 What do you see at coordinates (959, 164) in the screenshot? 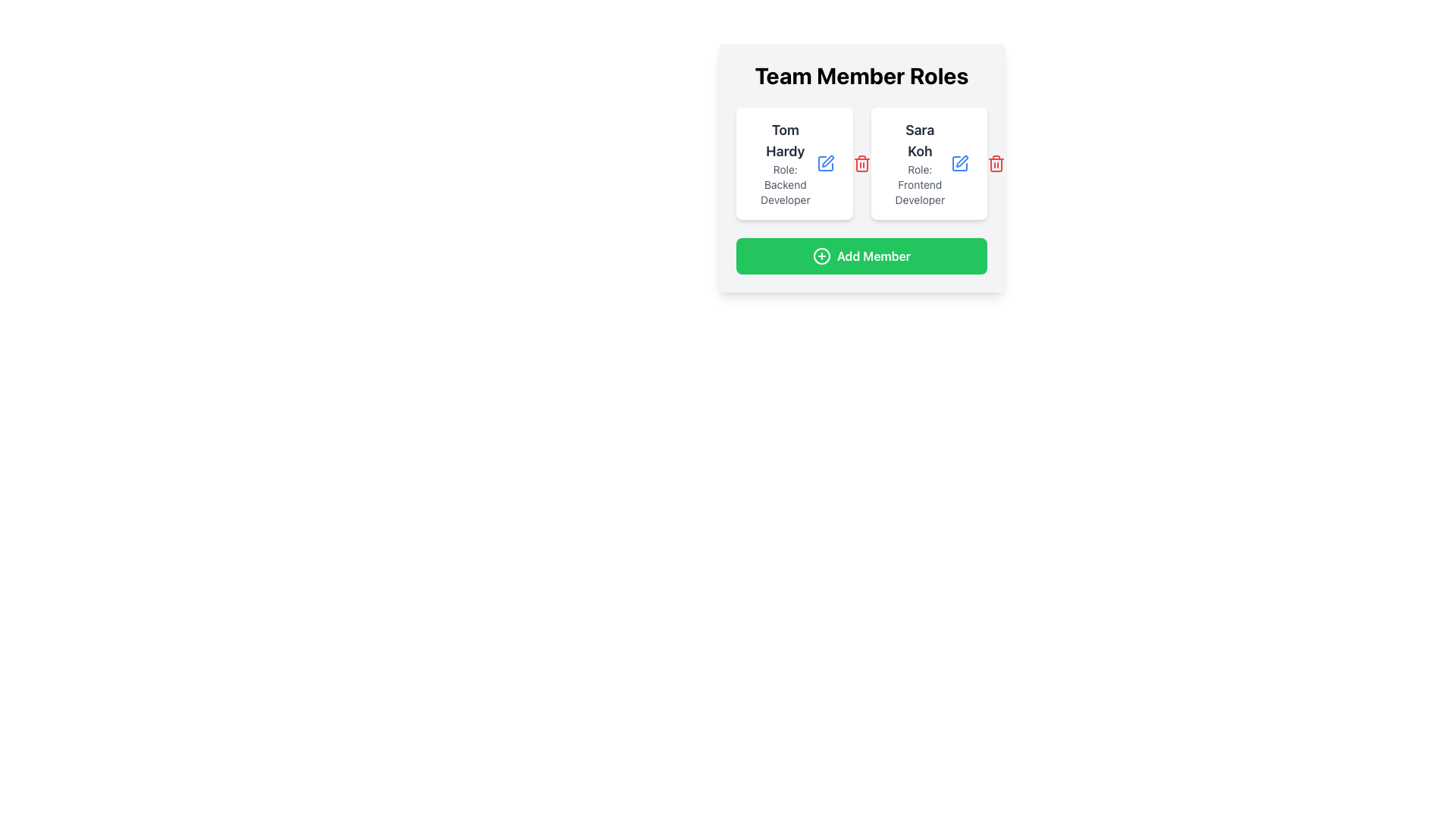
I see `the edit icon button located to the right of the text block containing 'Sara Koh' and her role 'Frontend Developer'` at bounding box center [959, 164].